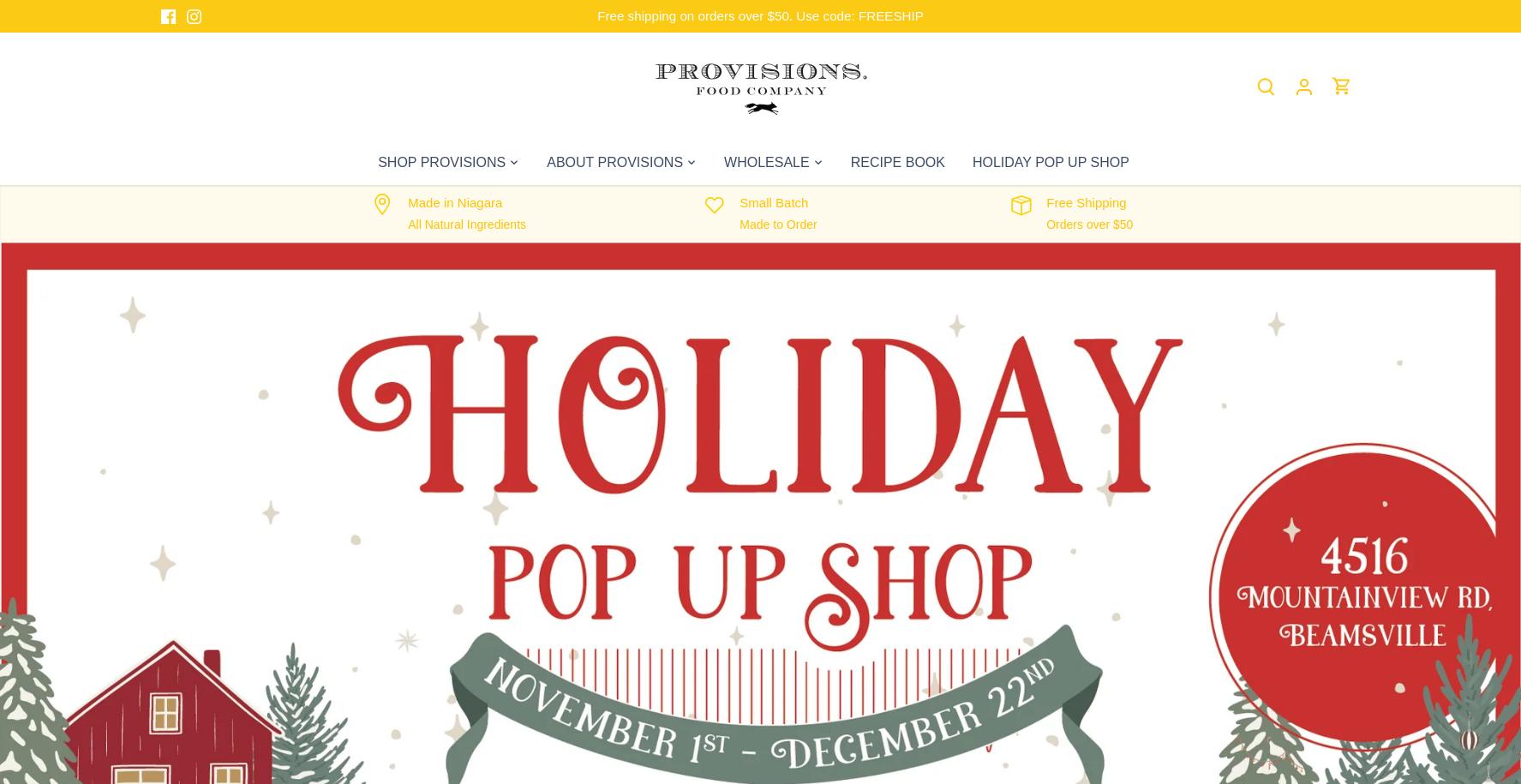 This screenshot has height=784, width=1521. What do you see at coordinates (1086, 201) in the screenshot?
I see `'Free Shipping'` at bounding box center [1086, 201].